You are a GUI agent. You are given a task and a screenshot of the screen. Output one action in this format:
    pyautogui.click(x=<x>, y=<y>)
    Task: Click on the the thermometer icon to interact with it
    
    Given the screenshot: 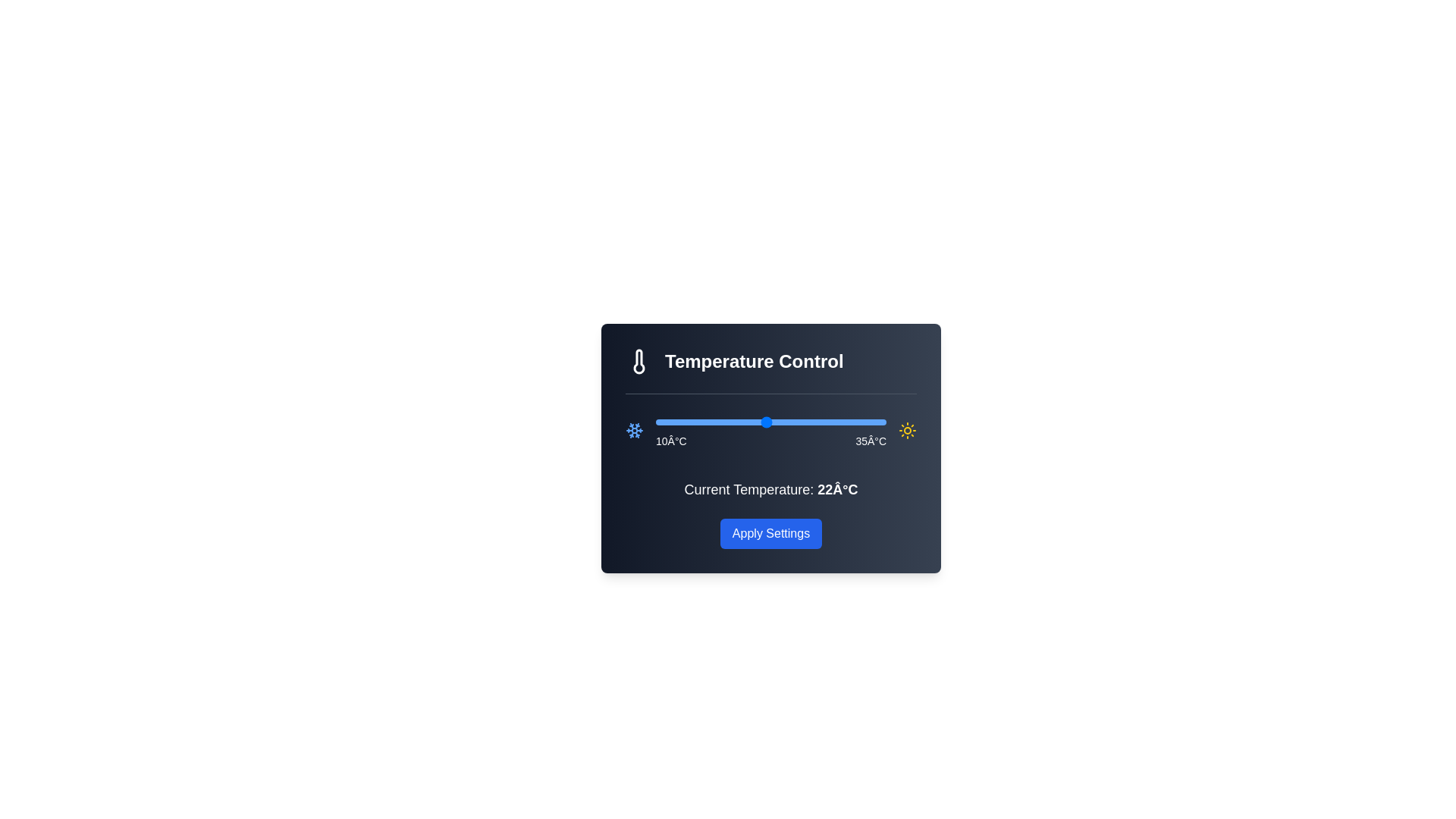 What is the action you would take?
    pyautogui.click(x=639, y=362)
    